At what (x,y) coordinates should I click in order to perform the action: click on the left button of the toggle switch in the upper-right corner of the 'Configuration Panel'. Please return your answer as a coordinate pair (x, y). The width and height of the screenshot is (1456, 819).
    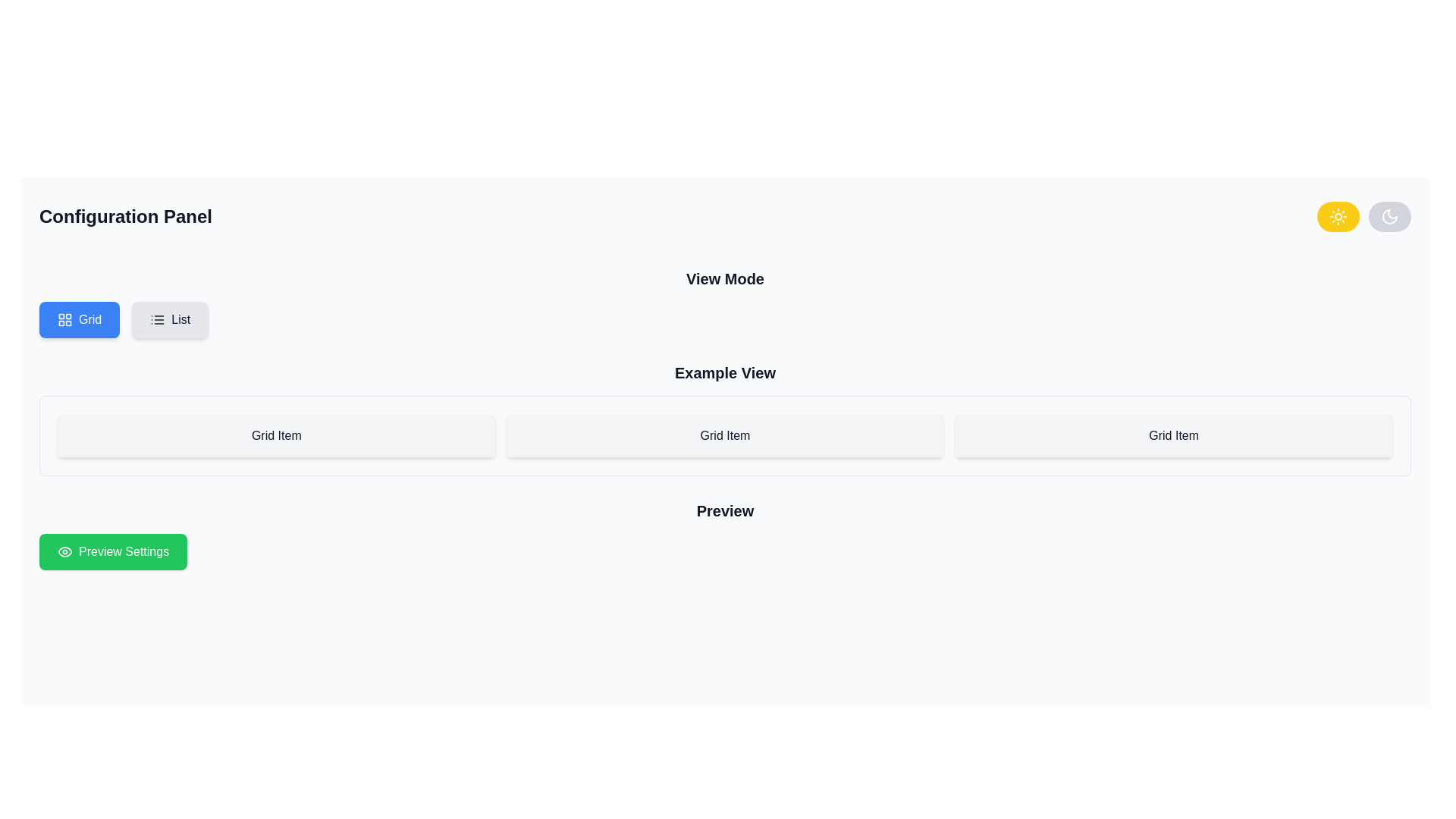
    Looking at the image, I should click on (1364, 216).